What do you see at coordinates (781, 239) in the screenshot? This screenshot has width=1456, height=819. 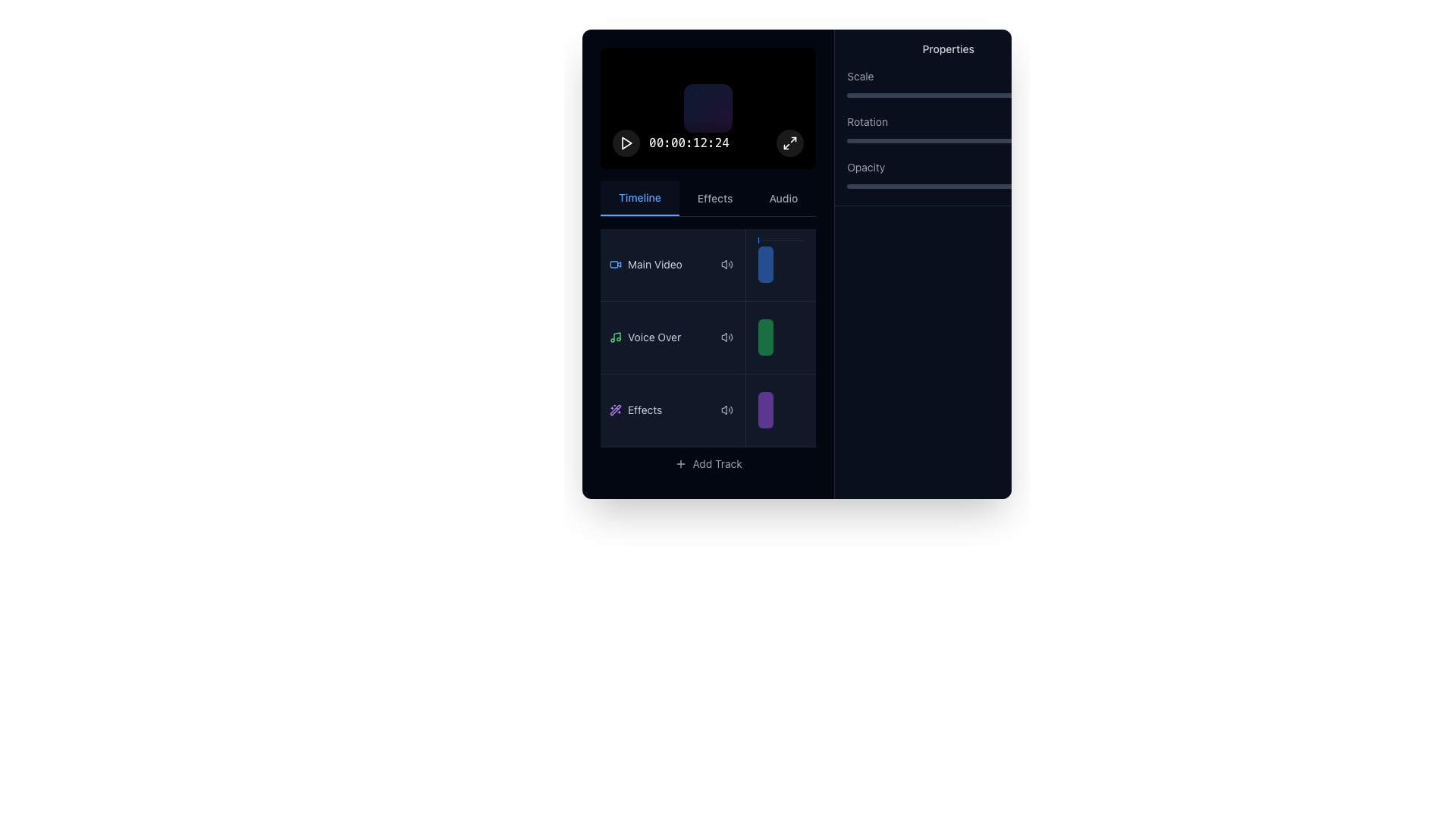 I see `the Indicator or guide bar located in the Main Video section of the left panel` at bounding box center [781, 239].